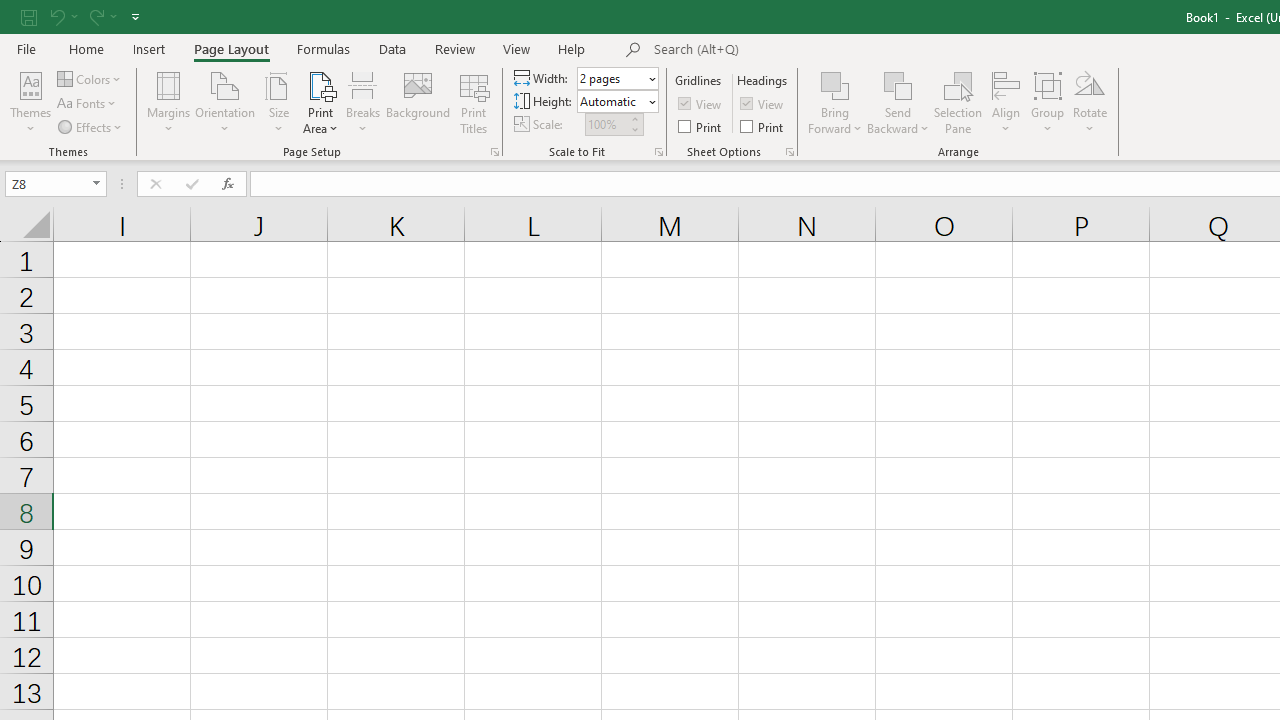  Describe the element at coordinates (362, 103) in the screenshot. I see `'Breaks'` at that location.